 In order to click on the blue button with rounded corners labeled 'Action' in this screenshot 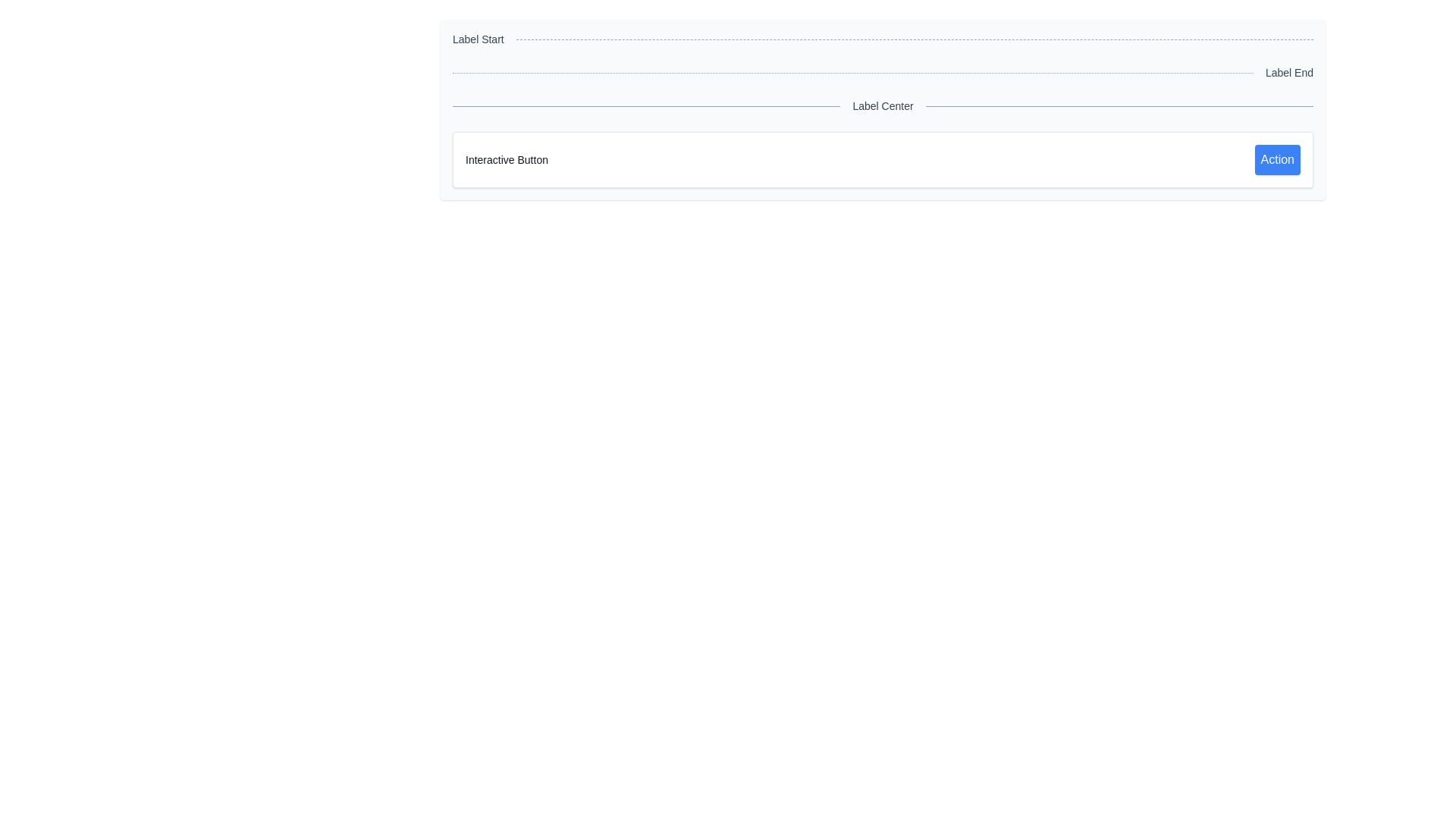, I will do `click(1276, 160)`.